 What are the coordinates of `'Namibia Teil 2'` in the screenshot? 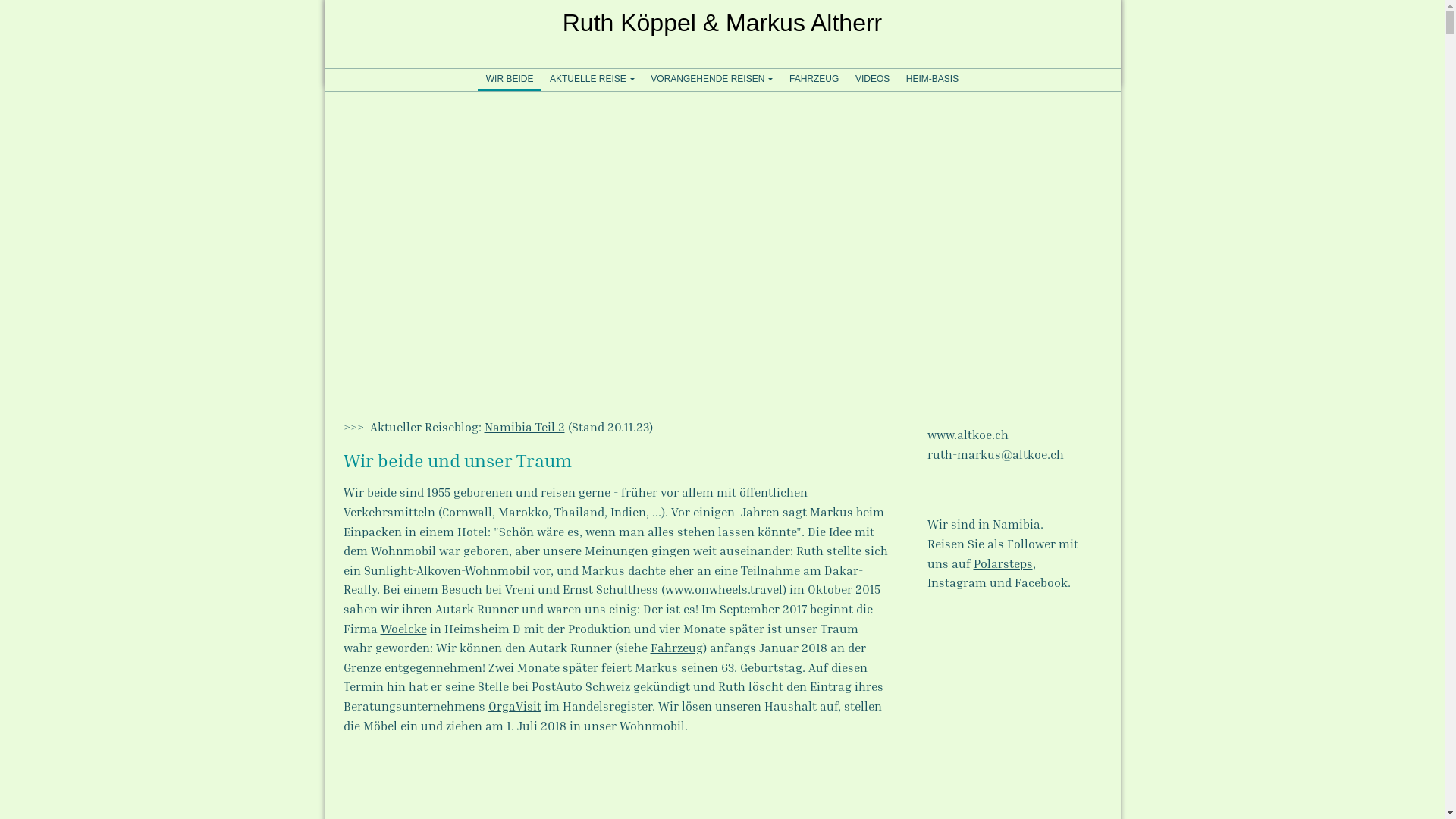 It's located at (483, 427).